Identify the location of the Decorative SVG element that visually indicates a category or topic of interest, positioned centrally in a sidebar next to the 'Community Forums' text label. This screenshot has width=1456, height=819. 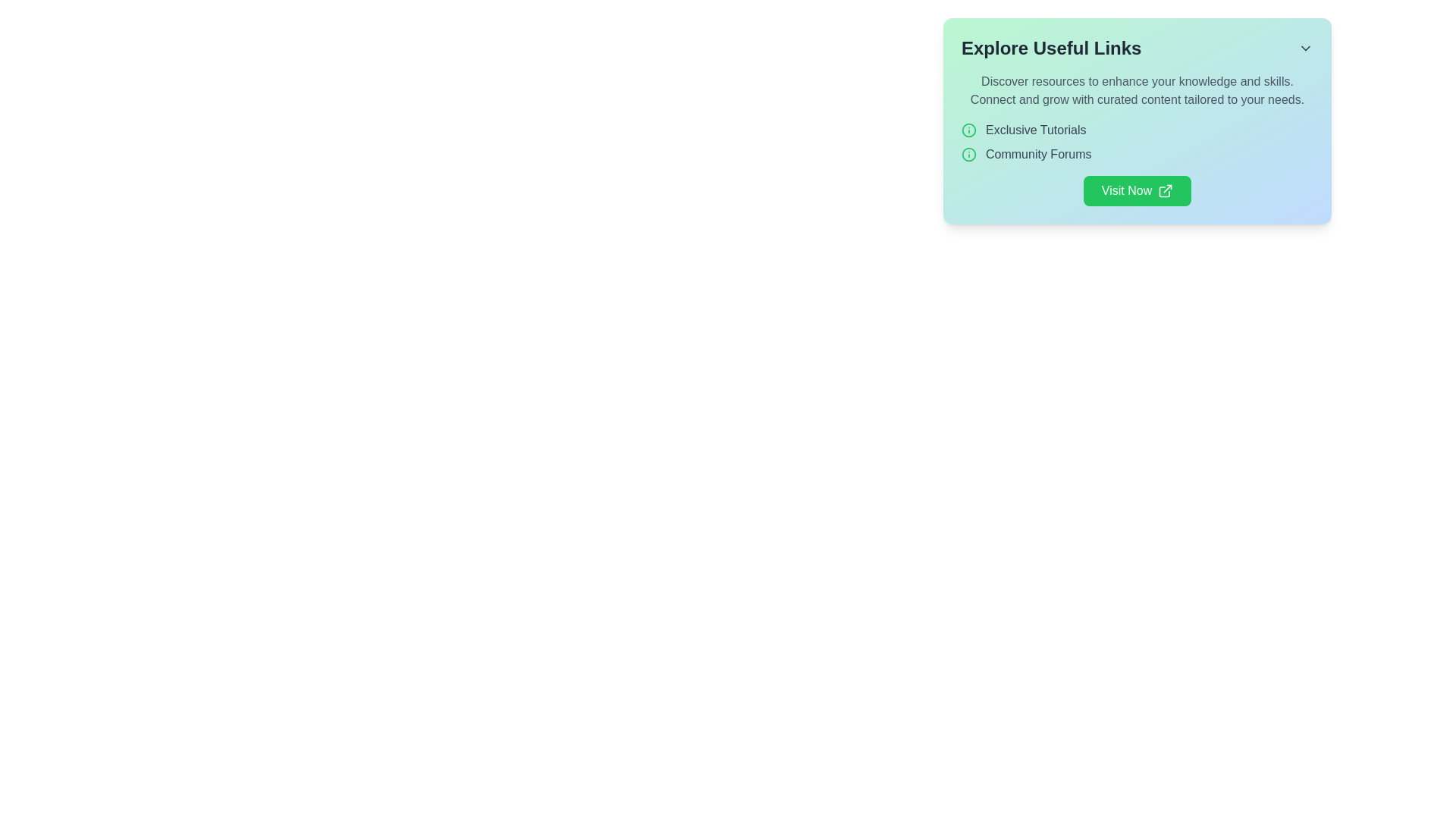
(968, 130).